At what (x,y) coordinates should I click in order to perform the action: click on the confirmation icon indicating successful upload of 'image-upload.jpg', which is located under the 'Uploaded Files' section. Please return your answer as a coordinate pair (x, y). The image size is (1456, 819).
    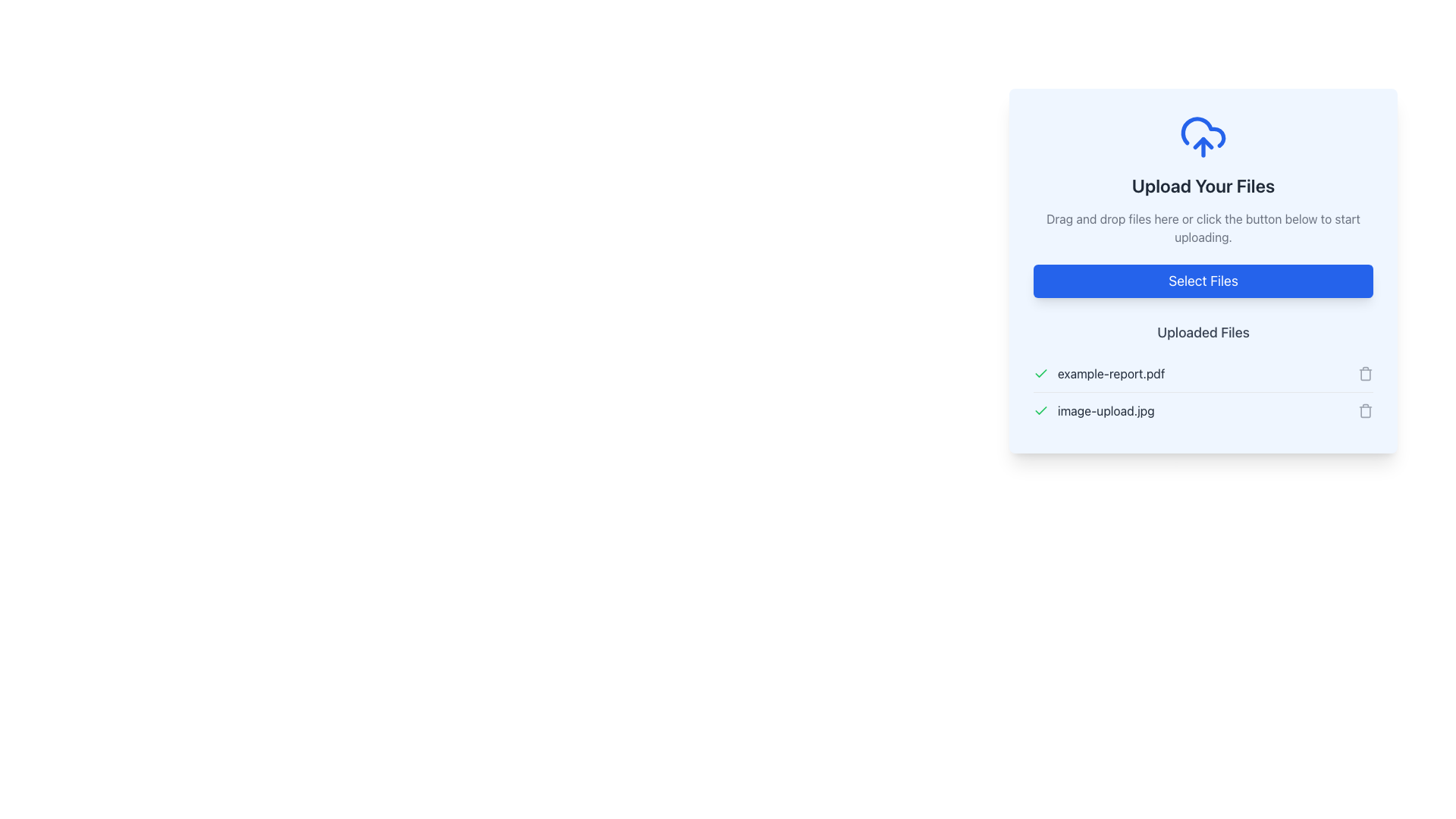
    Looking at the image, I should click on (1040, 373).